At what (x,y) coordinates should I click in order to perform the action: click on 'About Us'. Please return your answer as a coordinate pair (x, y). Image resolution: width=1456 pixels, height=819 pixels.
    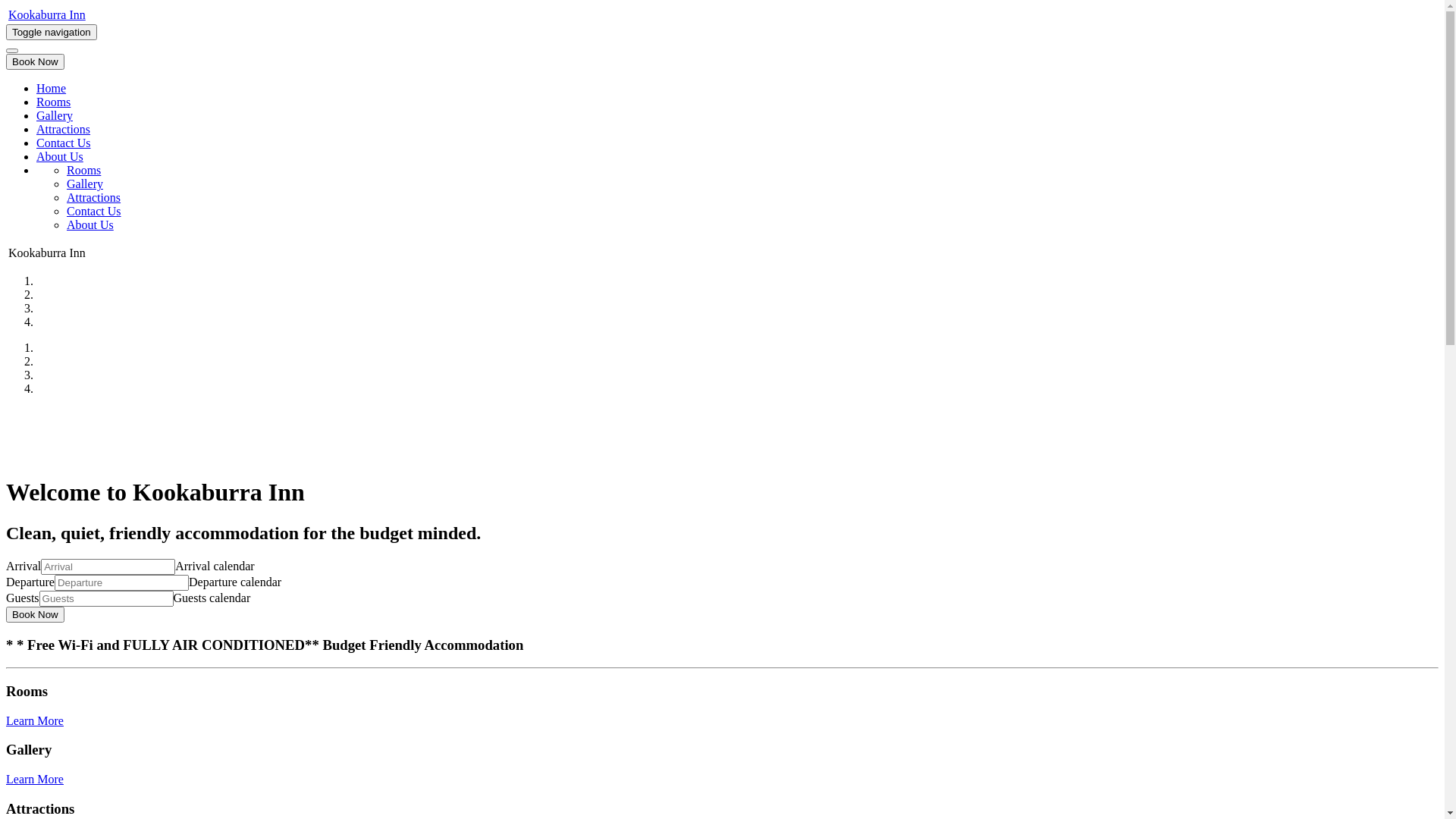
    Looking at the image, I should click on (89, 224).